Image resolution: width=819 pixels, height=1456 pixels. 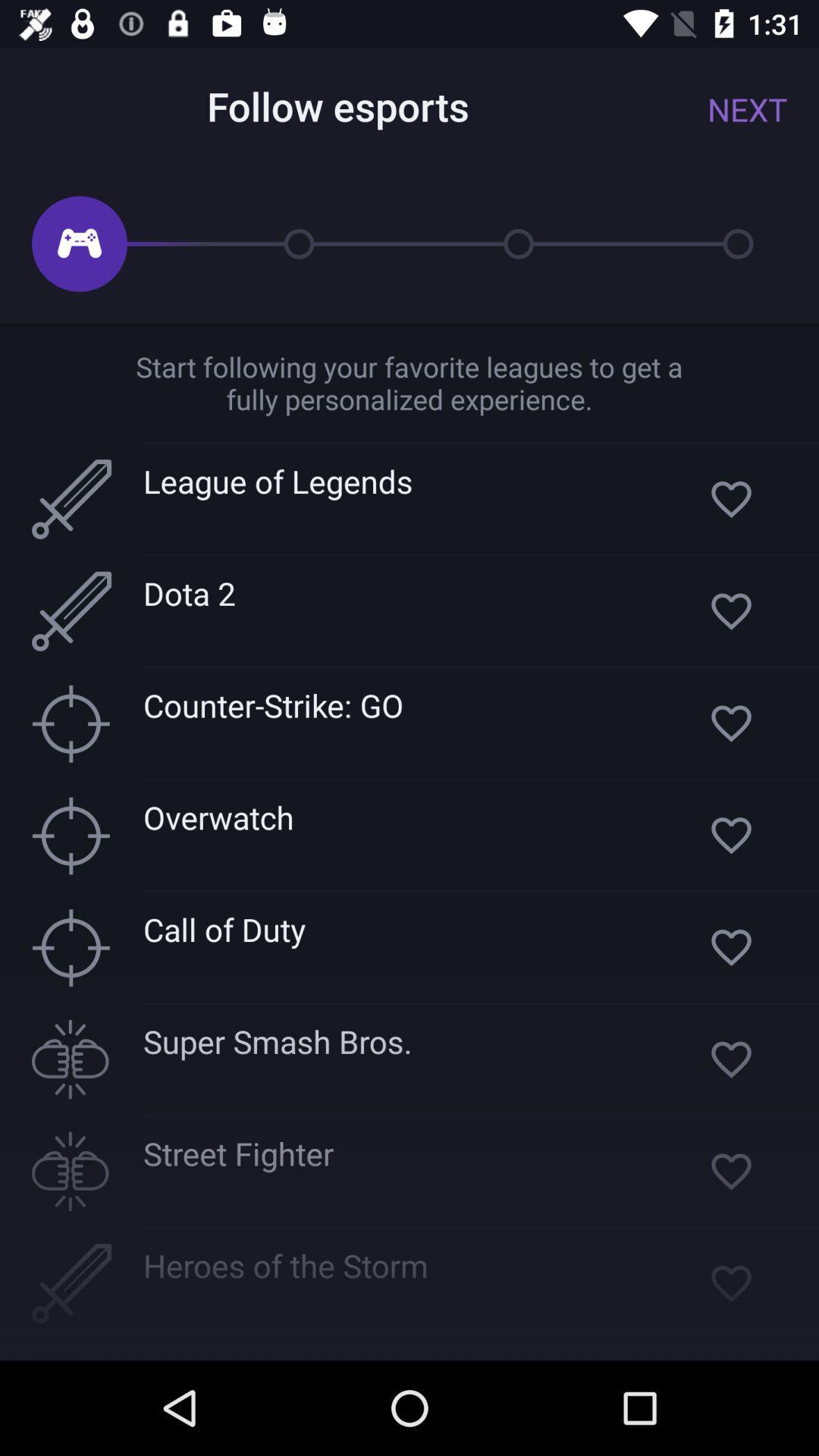 What do you see at coordinates (730, 946) in the screenshot?
I see `favorite icon which is after call of duty` at bounding box center [730, 946].